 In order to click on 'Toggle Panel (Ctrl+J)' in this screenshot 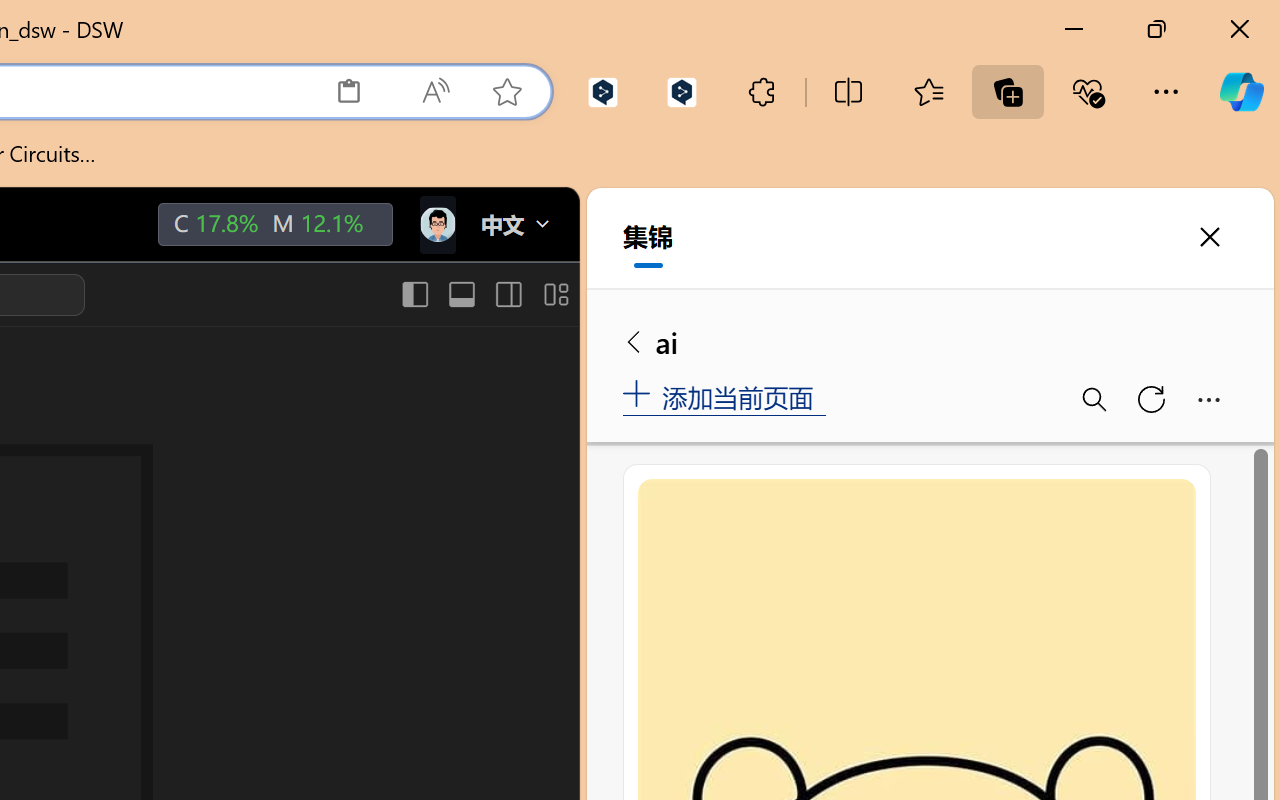, I will do `click(460, 294)`.